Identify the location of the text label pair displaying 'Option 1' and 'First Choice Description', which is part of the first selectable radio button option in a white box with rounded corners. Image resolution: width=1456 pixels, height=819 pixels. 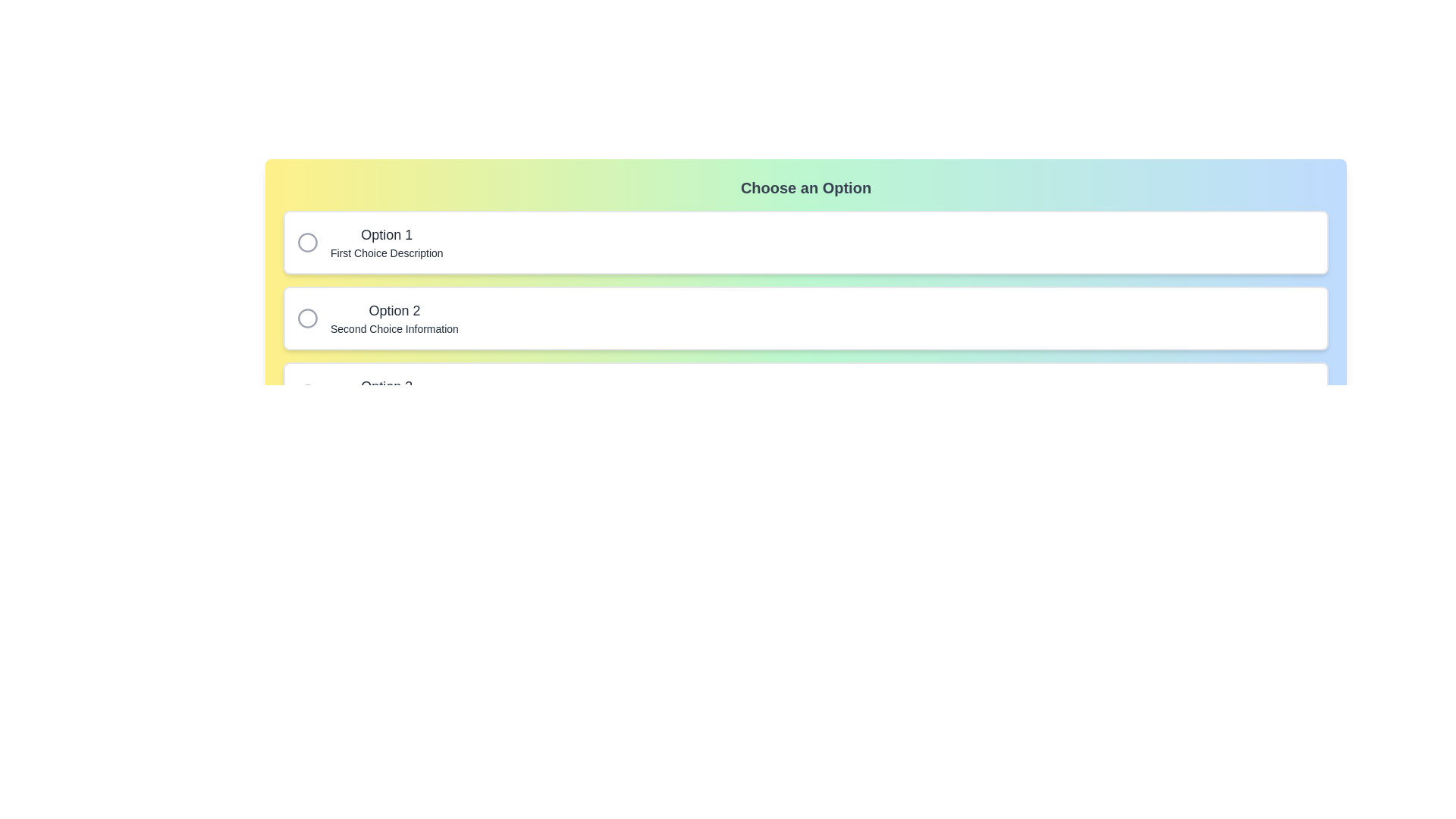
(387, 242).